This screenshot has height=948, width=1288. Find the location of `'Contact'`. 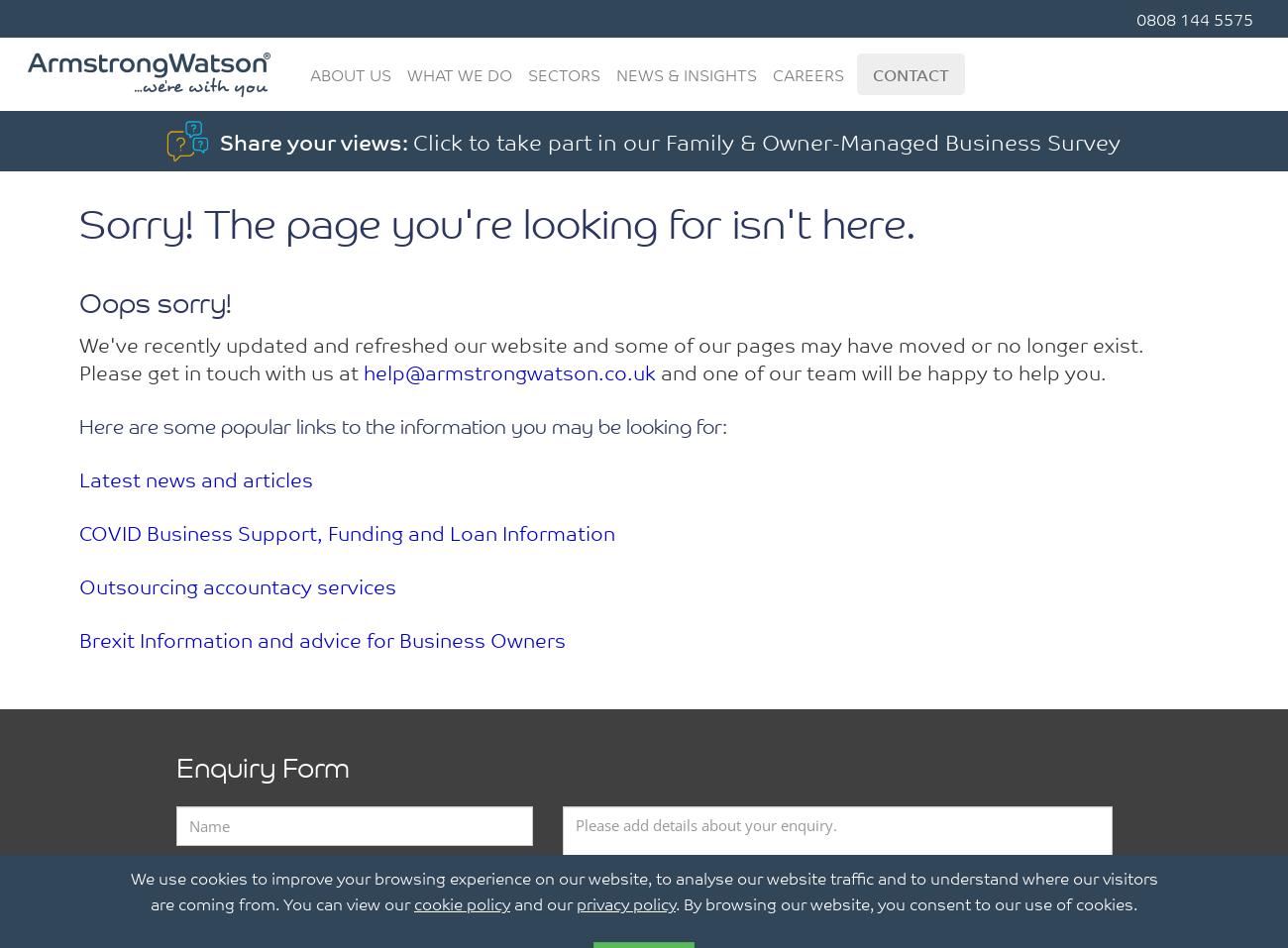

'Contact' is located at coordinates (910, 73).